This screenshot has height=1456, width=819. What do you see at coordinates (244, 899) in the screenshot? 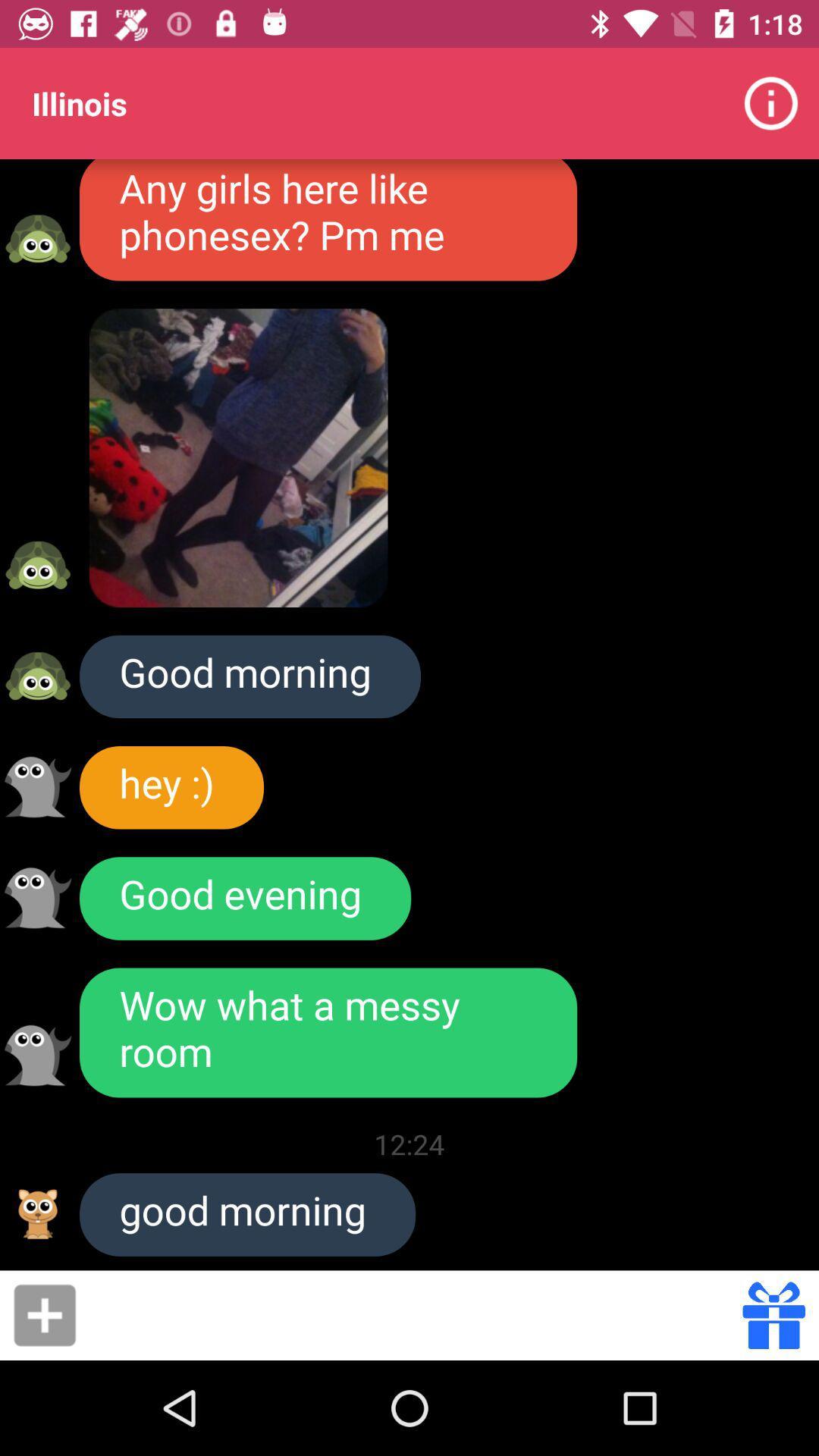
I see `the good evening  item` at bounding box center [244, 899].